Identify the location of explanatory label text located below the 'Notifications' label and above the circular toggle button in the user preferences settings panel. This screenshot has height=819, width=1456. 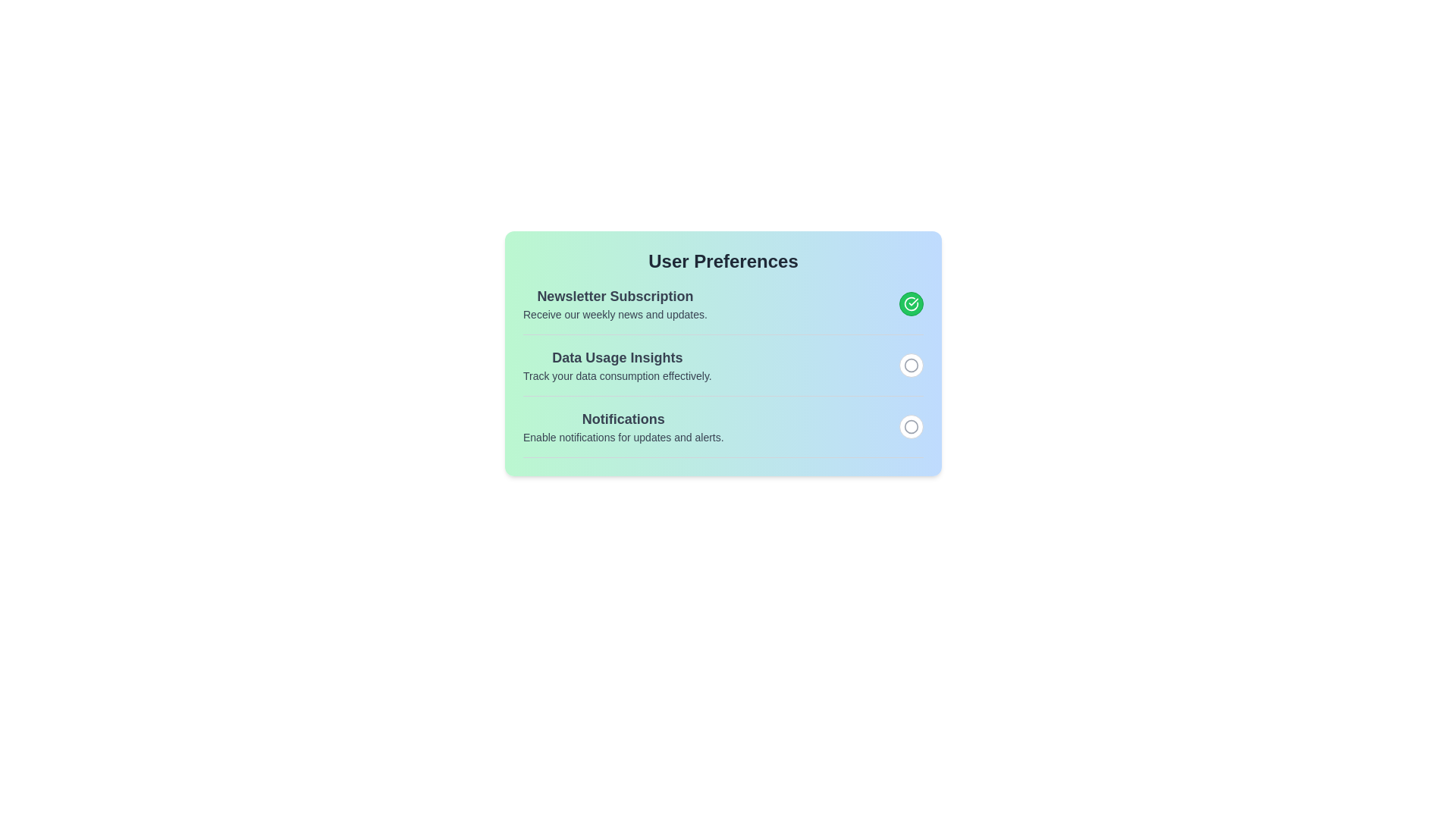
(623, 438).